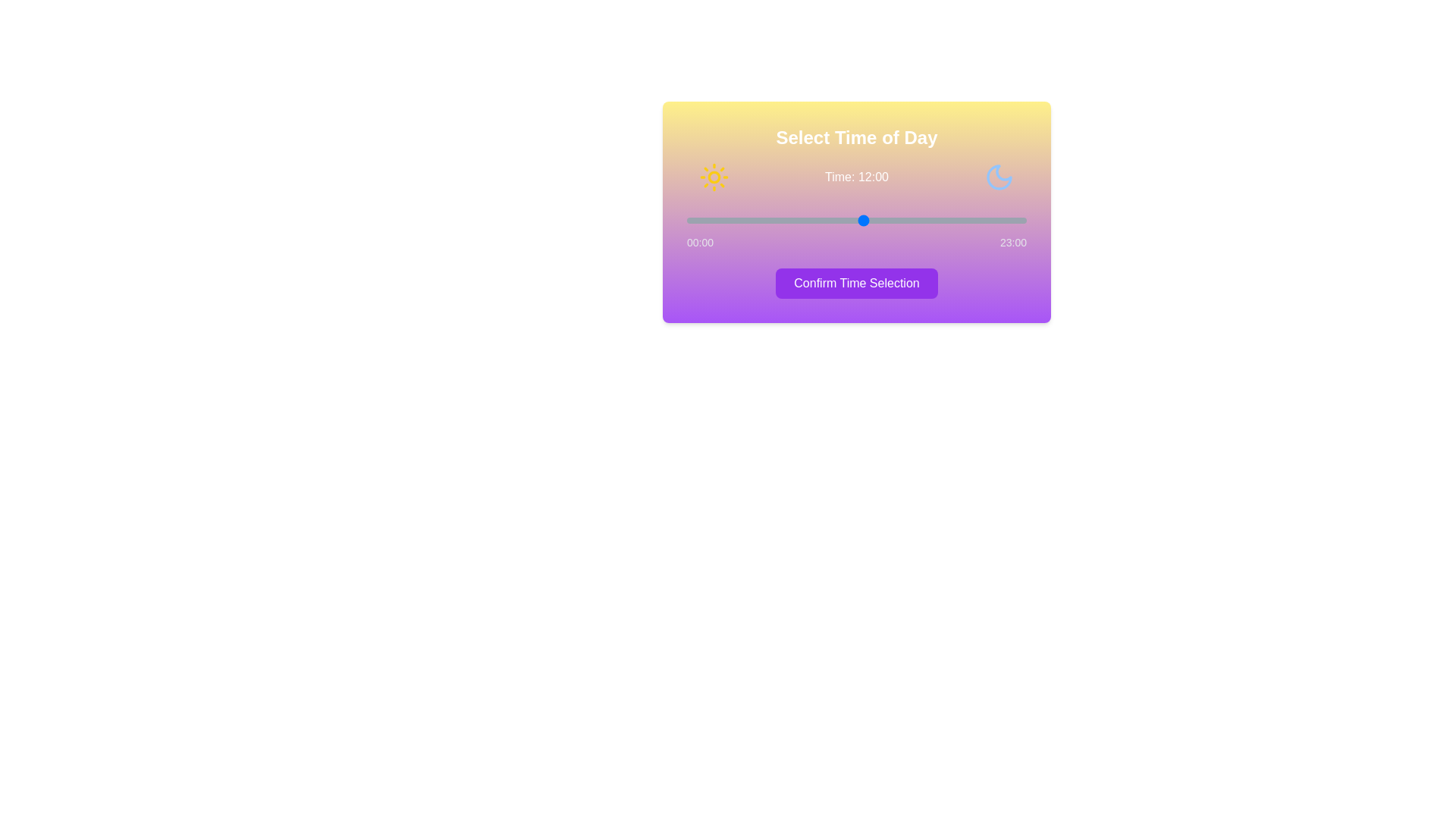 Image resolution: width=1456 pixels, height=819 pixels. Describe the element at coordinates (982, 220) in the screenshot. I see `the time to 20 hour(s) by interacting with the slider` at that location.